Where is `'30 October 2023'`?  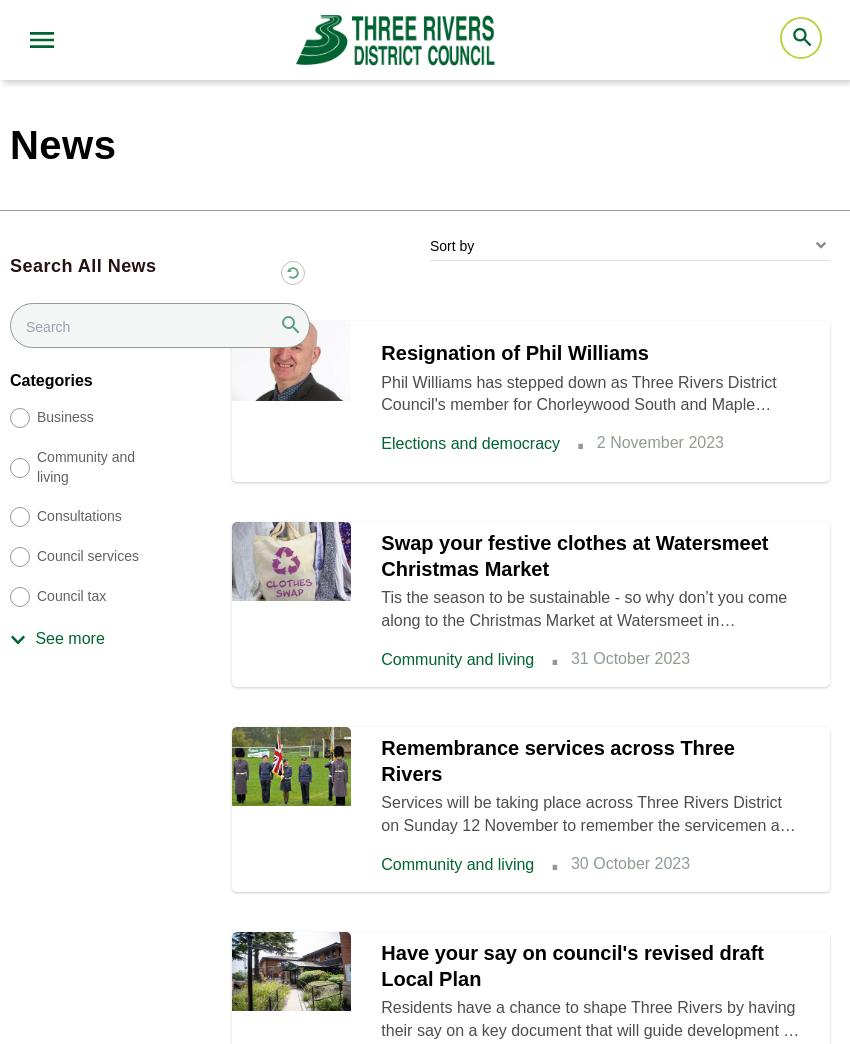 '30 October 2023' is located at coordinates (629, 863).